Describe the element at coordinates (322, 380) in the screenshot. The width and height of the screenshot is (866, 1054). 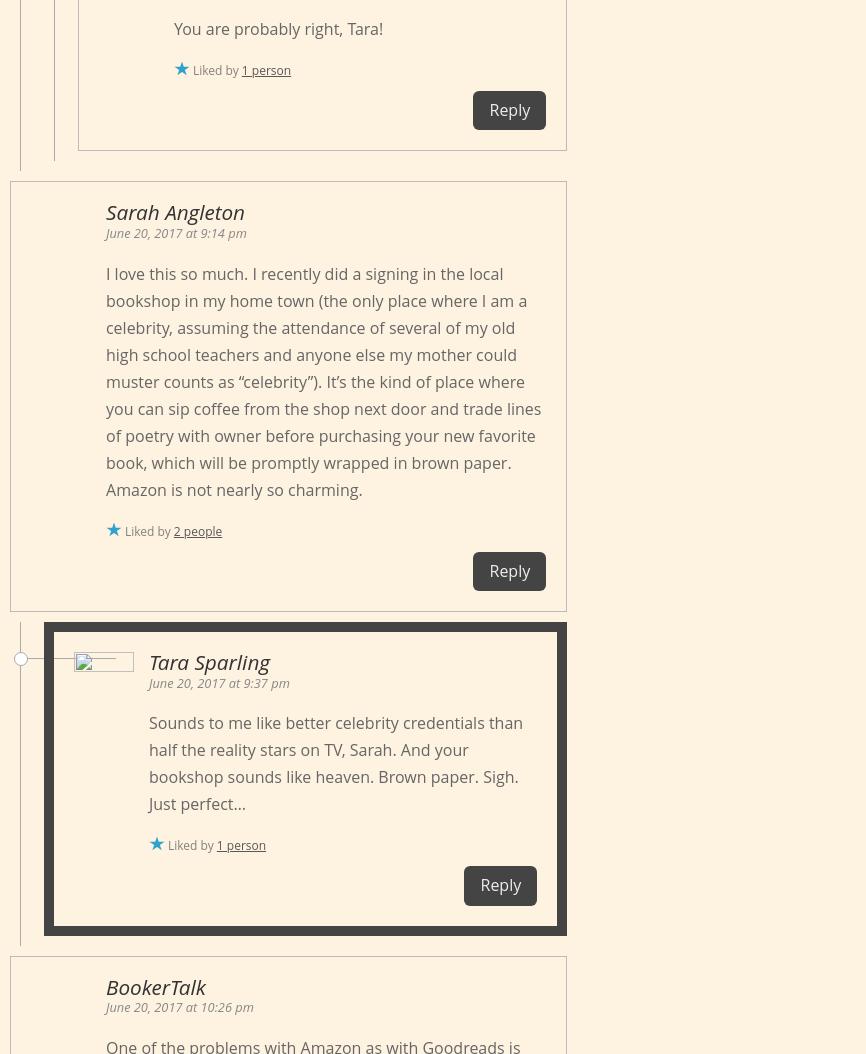
I see `'I love this so much. I recently did a signing in the local bookshop in my home town (the only place where I am a celebrity, assuming the attendance of several of my old high school teachers and anyone else my mother could muster counts as “celebrity”). It’s the kind of place where you can sip coffee from the shop next door and trade lines of poetry with owner before purchasing your new favorite book, which will be promptly wrapped in brown paper. Amazon is not nearly so charming.'` at that location.